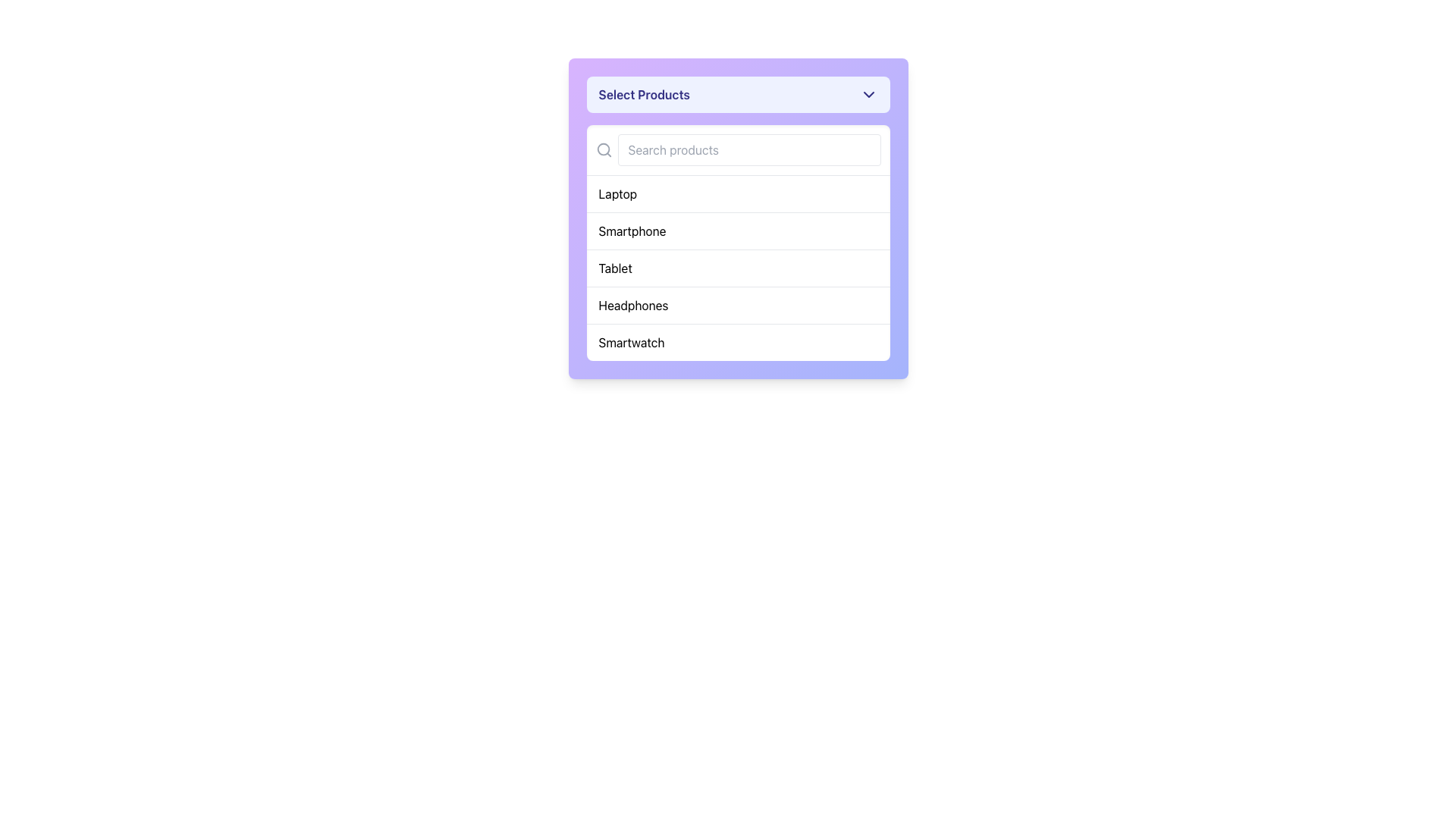 The width and height of the screenshot is (1456, 819). What do you see at coordinates (738, 305) in the screenshot?
I see `to select the menu item labeled 'Headphones', which is the fourth option in a vertical list of selectable items, styled with padding and a hover effect that changes the background color` at bounding box center [738, 305].